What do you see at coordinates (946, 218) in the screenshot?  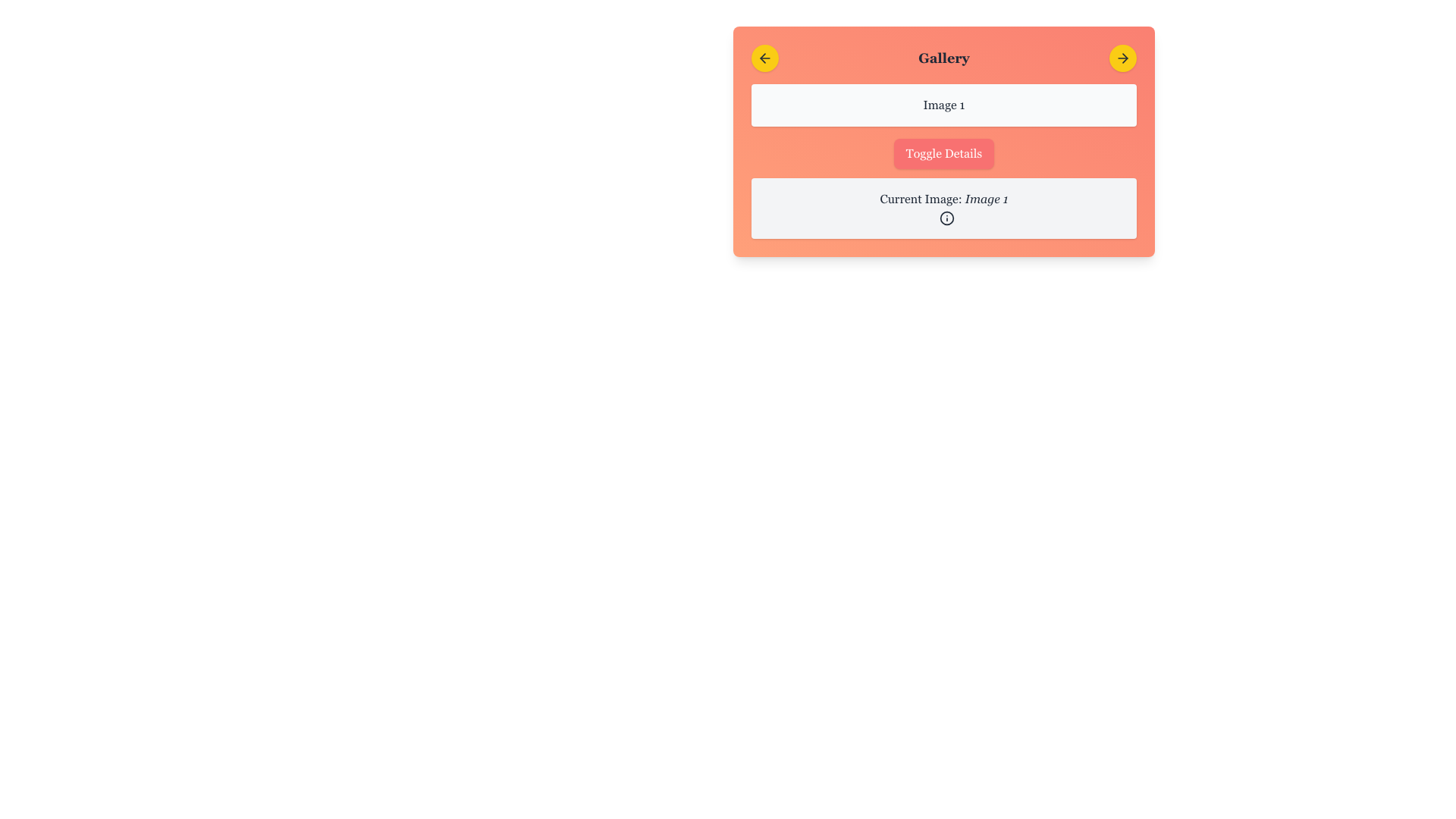 I see `the icon representing additional information located to the right of the label 'Current Image: Image 1'` at bounding box center [946, 218].